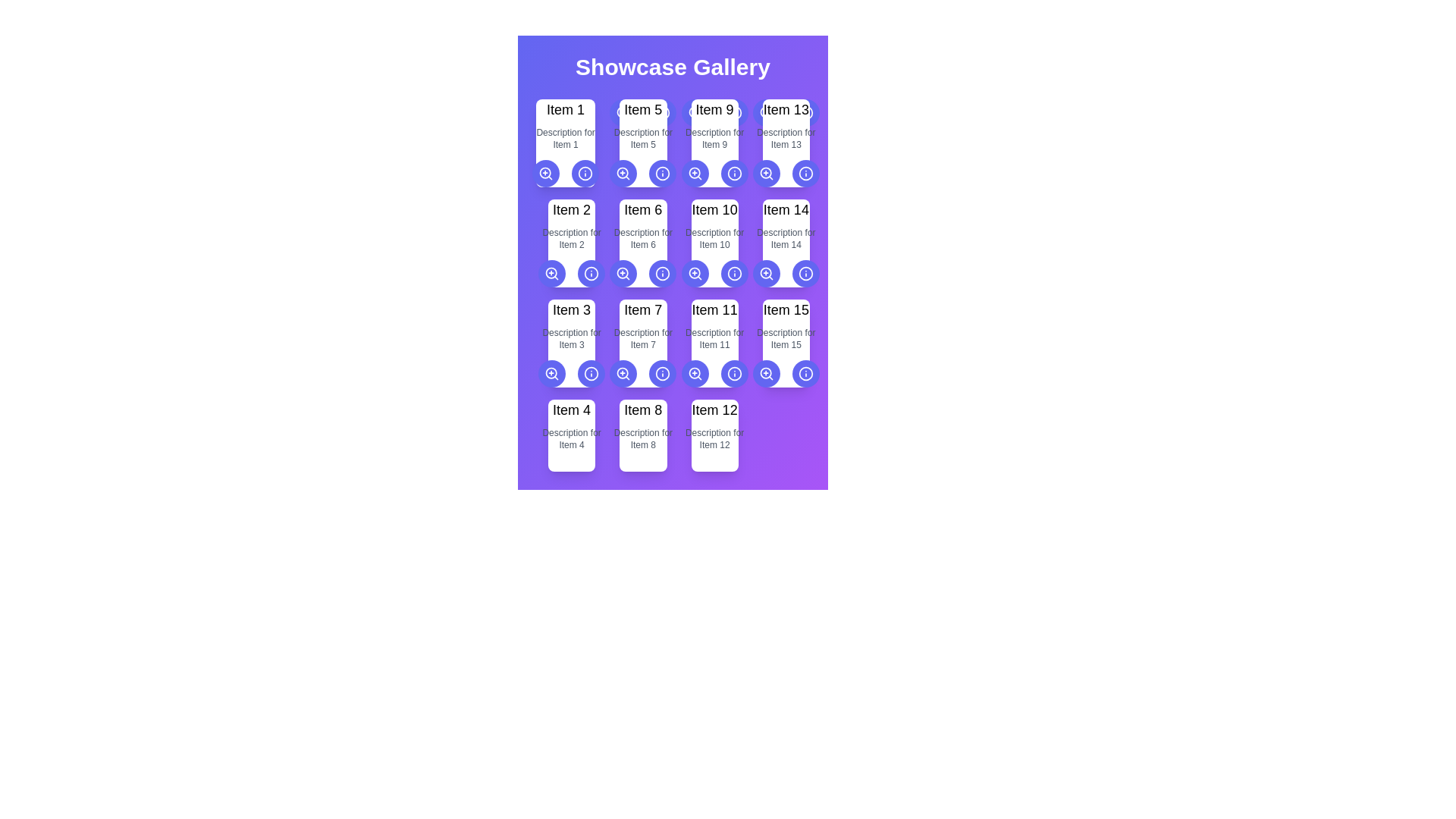 This screenshot has width=1456, height=819. What do you see at coordinates (643, 239) in the screenshot?
I see `the text label displaying 'Description for Item 6', which is located directly below the 'Item 6' title in a centralized layout` at bounding box center [643, 239].